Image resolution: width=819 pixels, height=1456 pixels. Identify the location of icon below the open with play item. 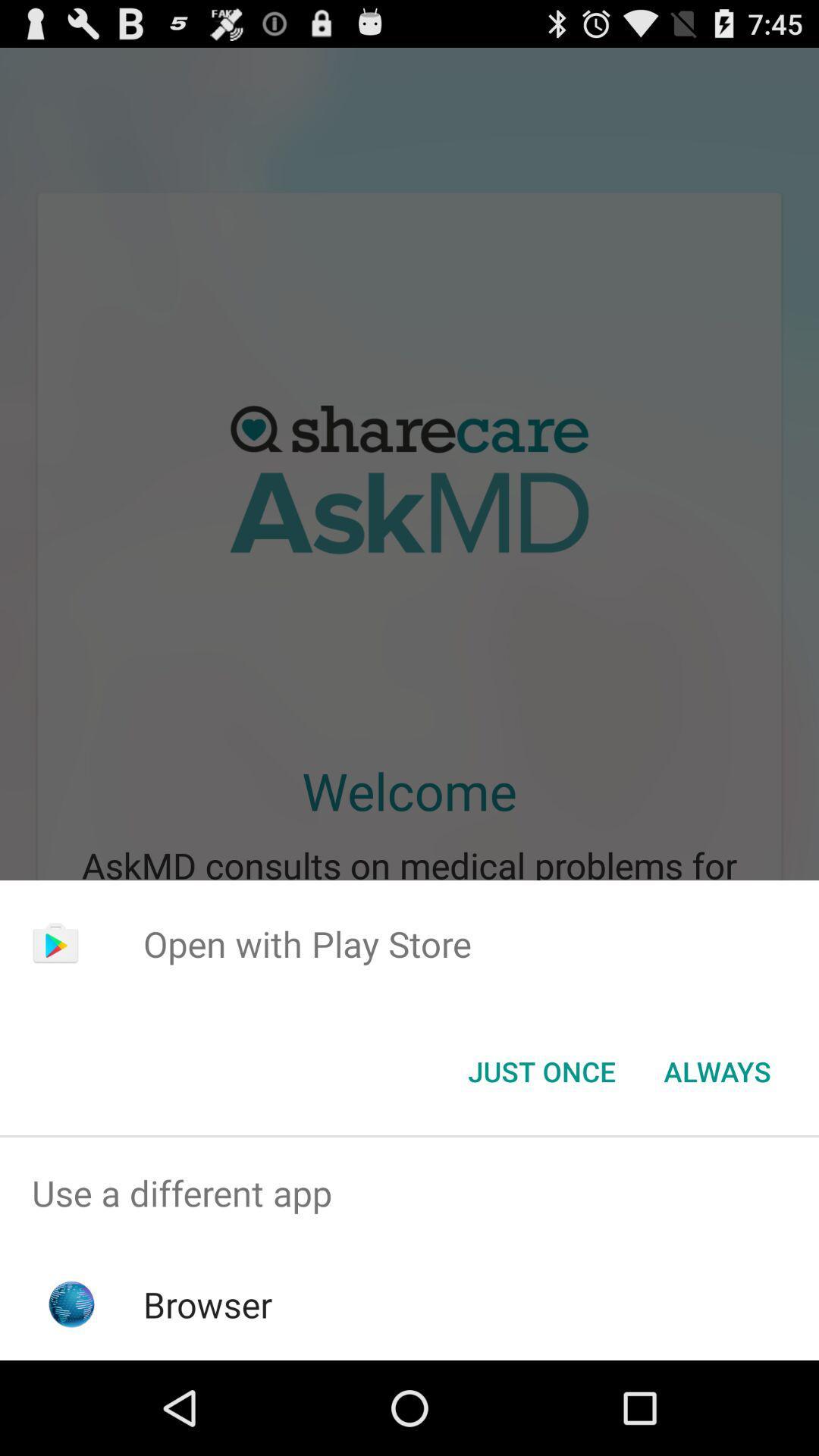
(541, 1070).